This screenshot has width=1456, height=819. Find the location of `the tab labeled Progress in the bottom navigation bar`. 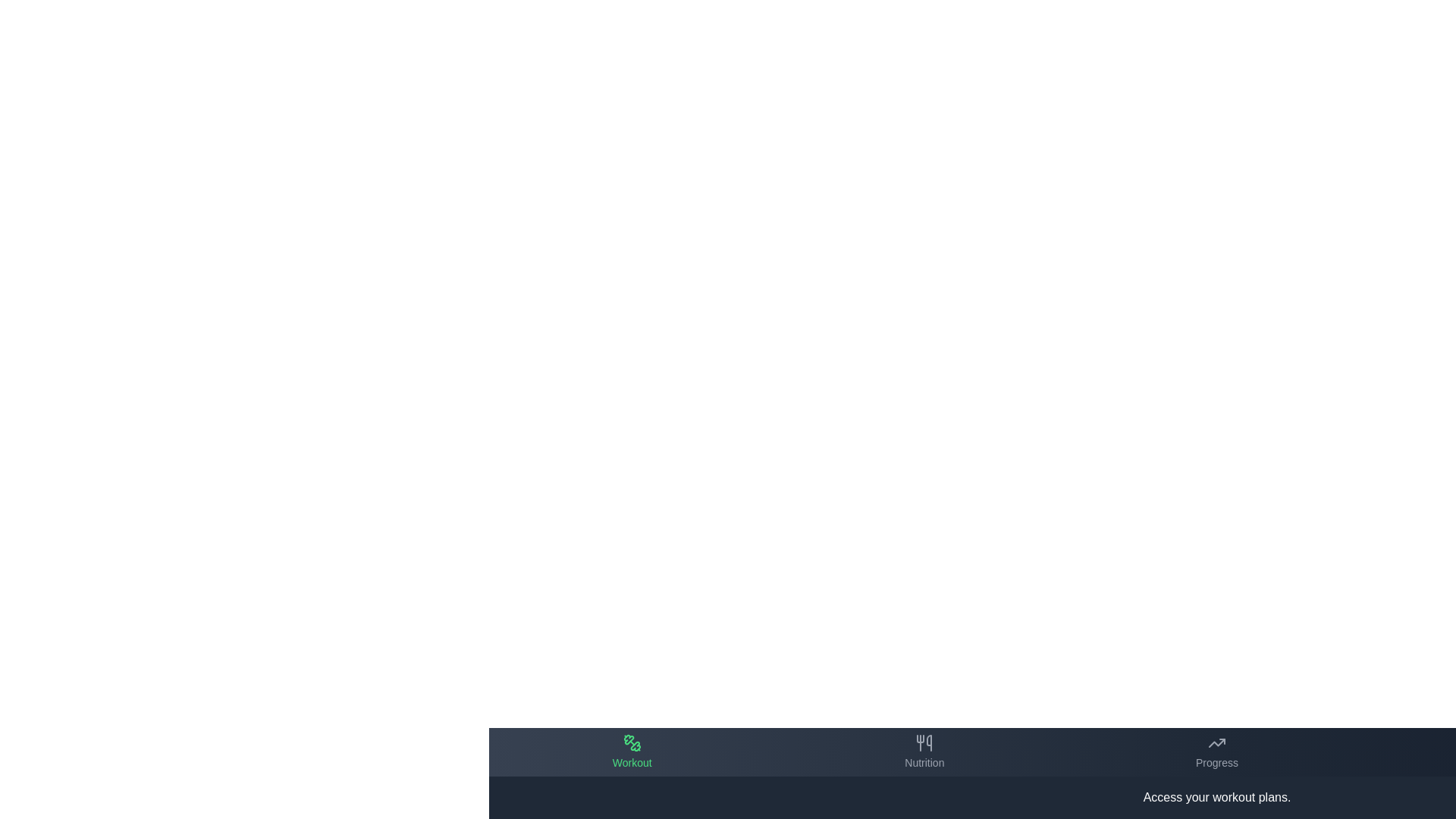

the tab labeled Progress in the bottom navigation bar is located at coordinates (1216, 752).